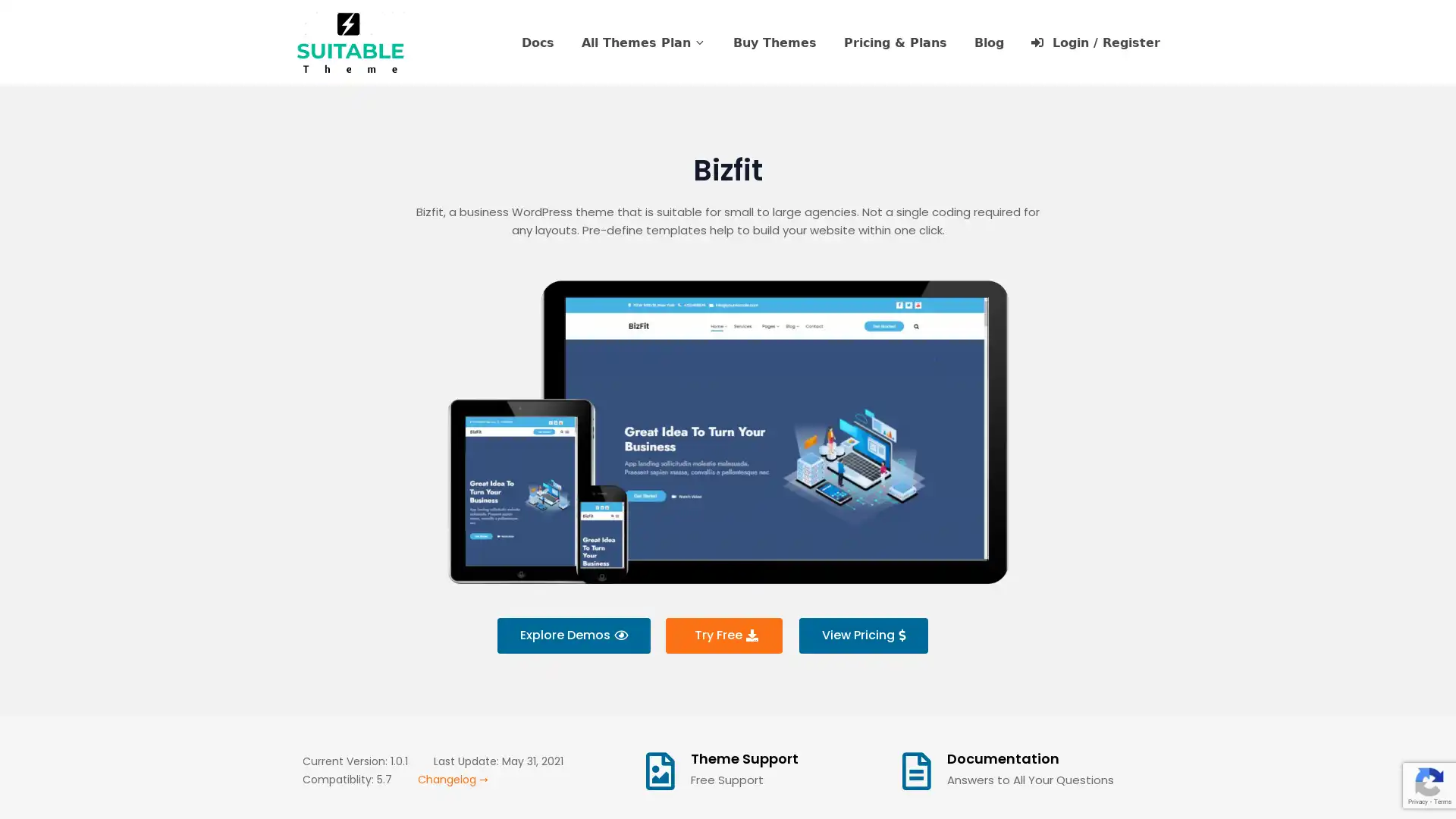  Describe the element at coordinates (862, 635) in the screenshot. I see `View Pricing` at that location.